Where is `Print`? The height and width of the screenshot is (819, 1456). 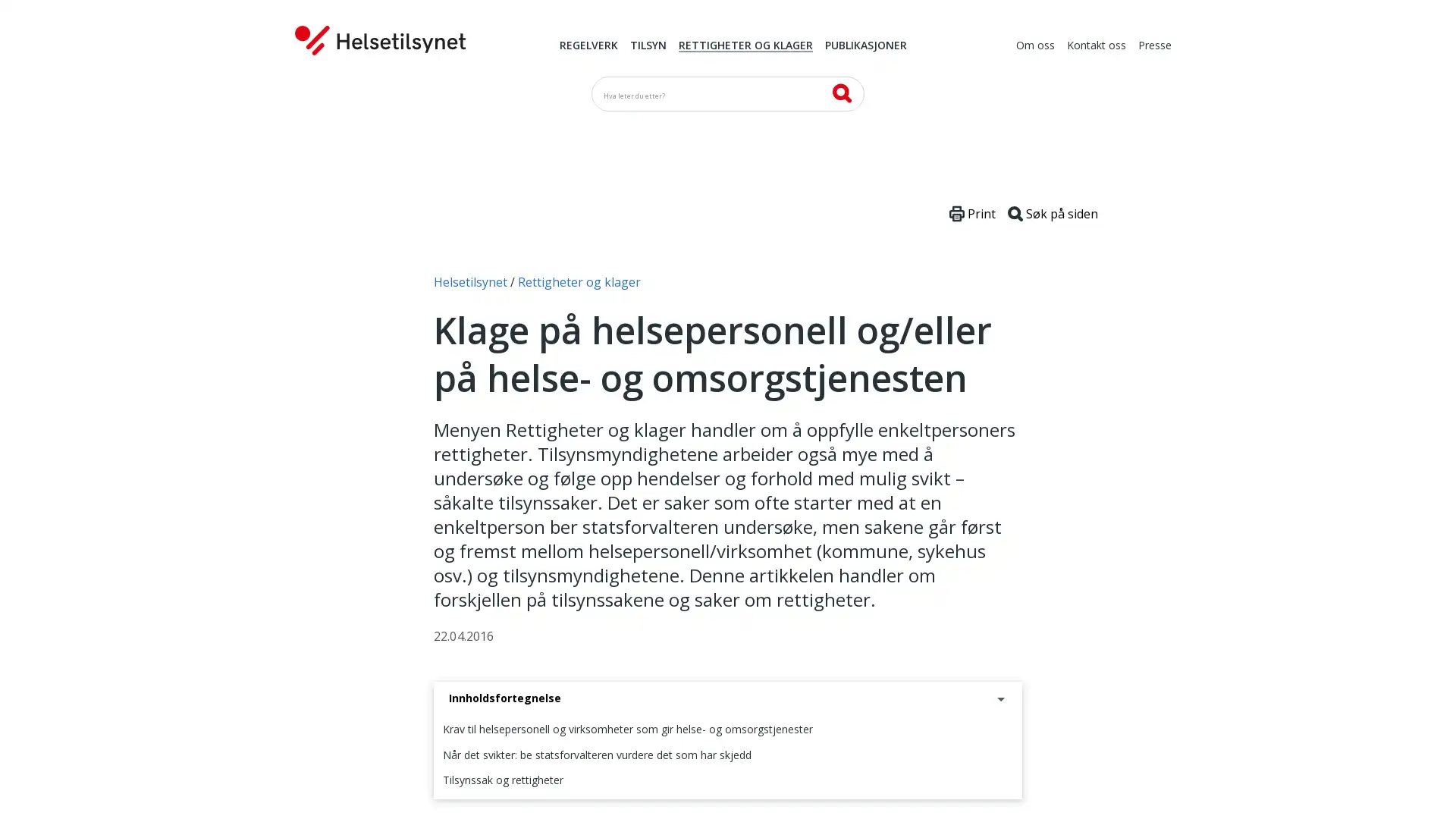
Print is located at coordinates (972, 213).